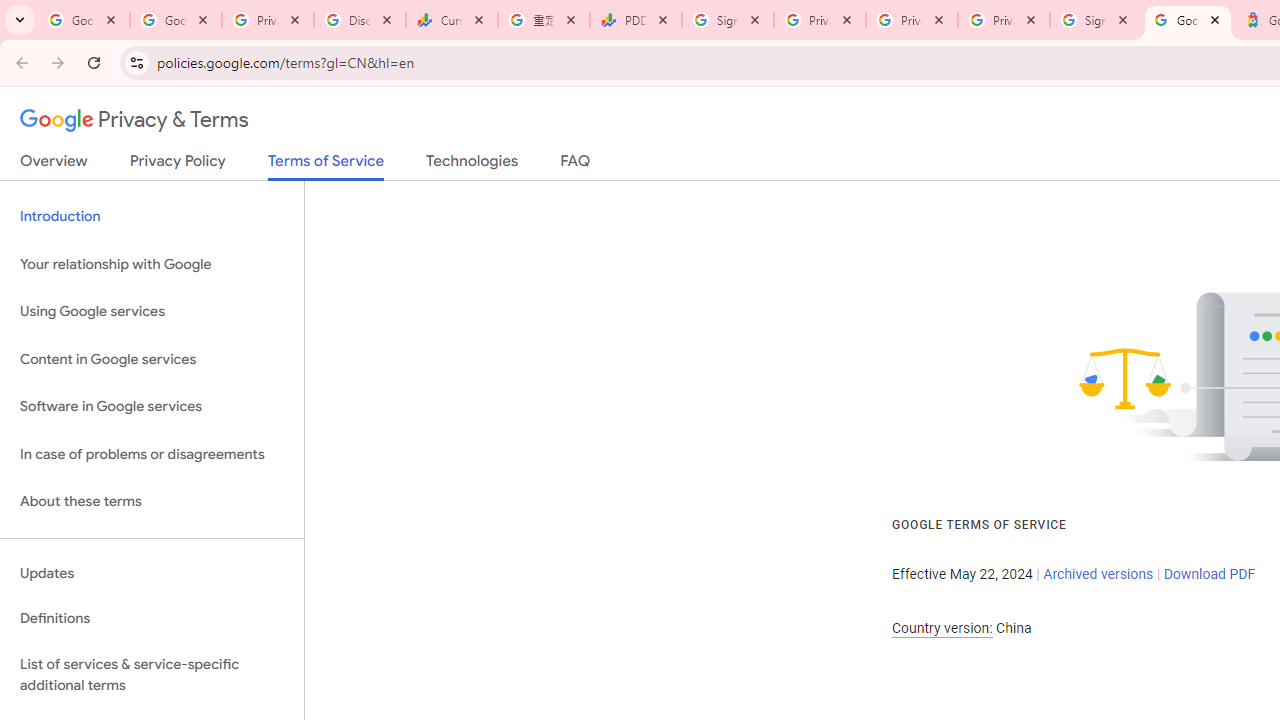  I want to click on 'Archived versions', so click(1097, 574).